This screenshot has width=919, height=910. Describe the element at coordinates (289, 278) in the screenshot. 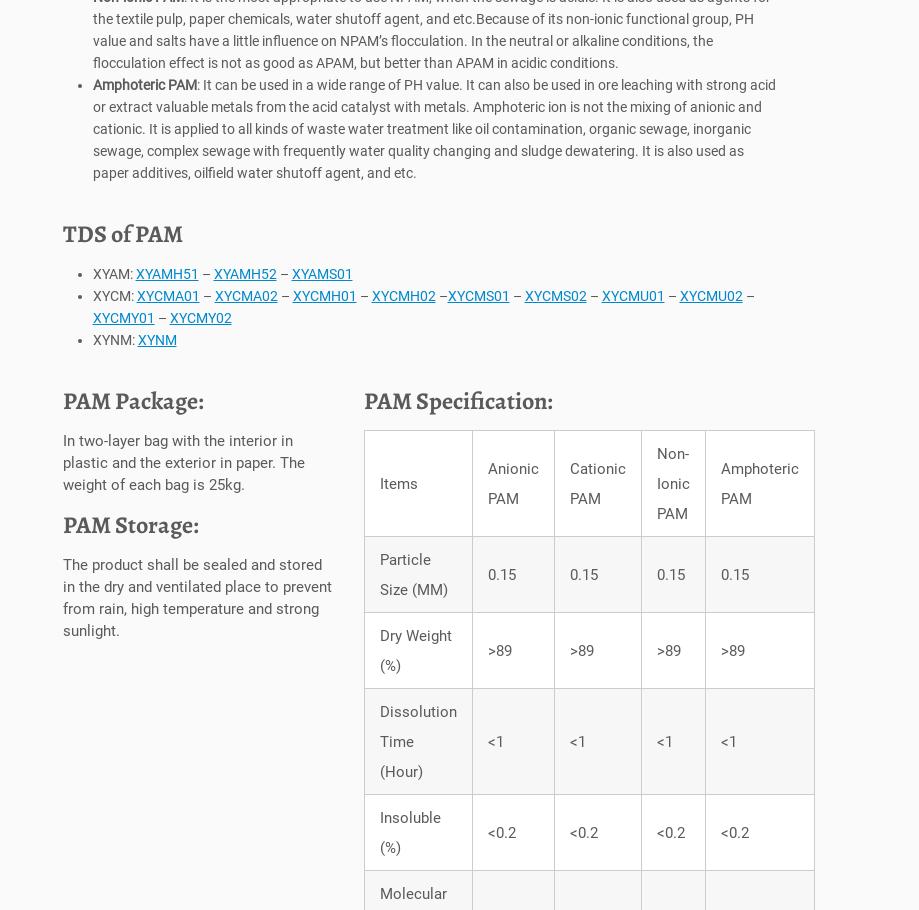

I see `'XYAMS01'` at that location.